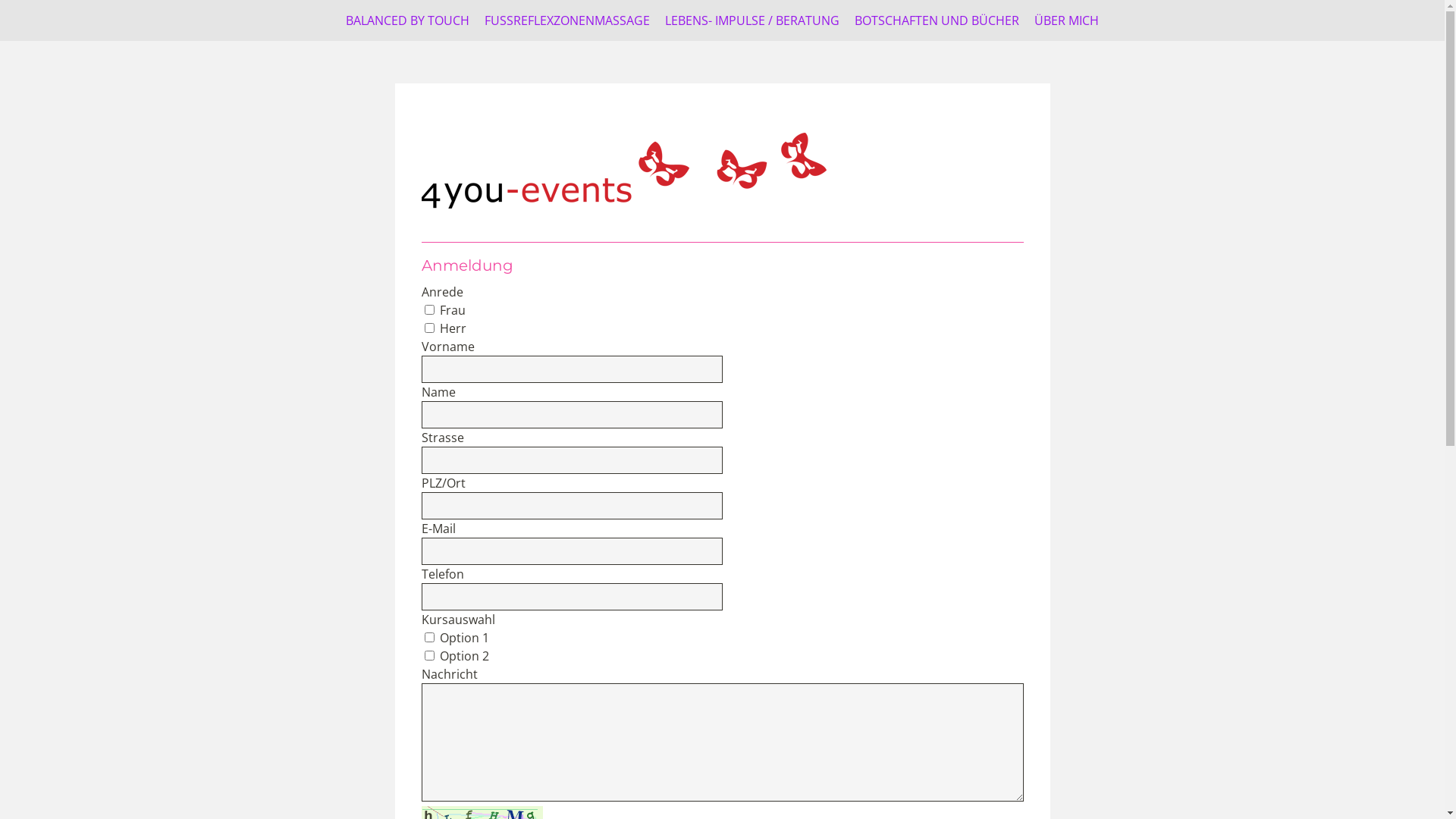 The height and width of the screenshot is (819, 1456). I want to click on 'LEBENS- IMPULSE / BERATUNG', so click(752, 20).